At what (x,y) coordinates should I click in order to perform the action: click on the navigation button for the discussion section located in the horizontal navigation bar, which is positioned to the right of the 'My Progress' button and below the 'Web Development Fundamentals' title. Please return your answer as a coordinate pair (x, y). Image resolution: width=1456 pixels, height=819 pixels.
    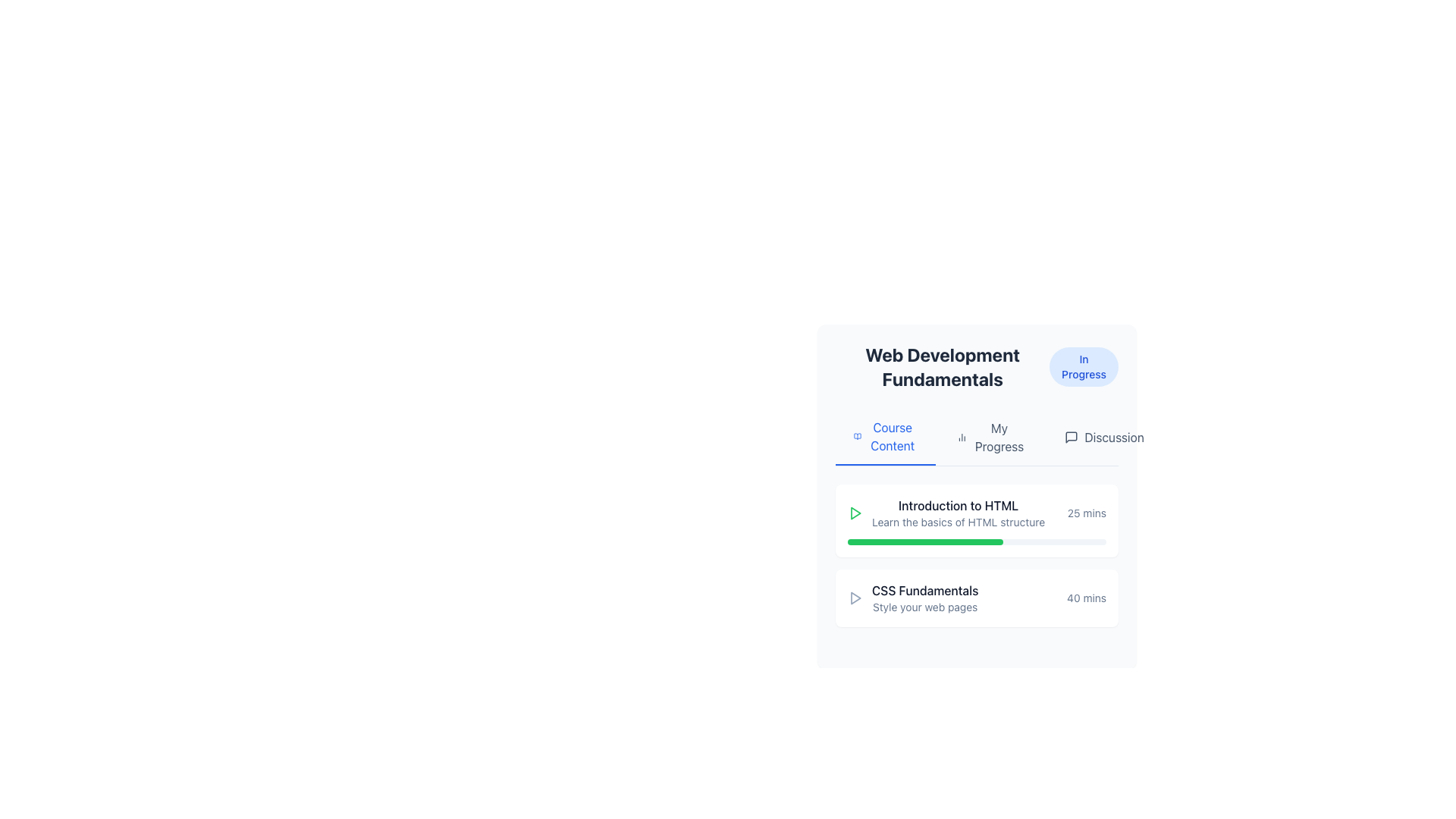
    Looking at the image, I should click on (1104, 438).